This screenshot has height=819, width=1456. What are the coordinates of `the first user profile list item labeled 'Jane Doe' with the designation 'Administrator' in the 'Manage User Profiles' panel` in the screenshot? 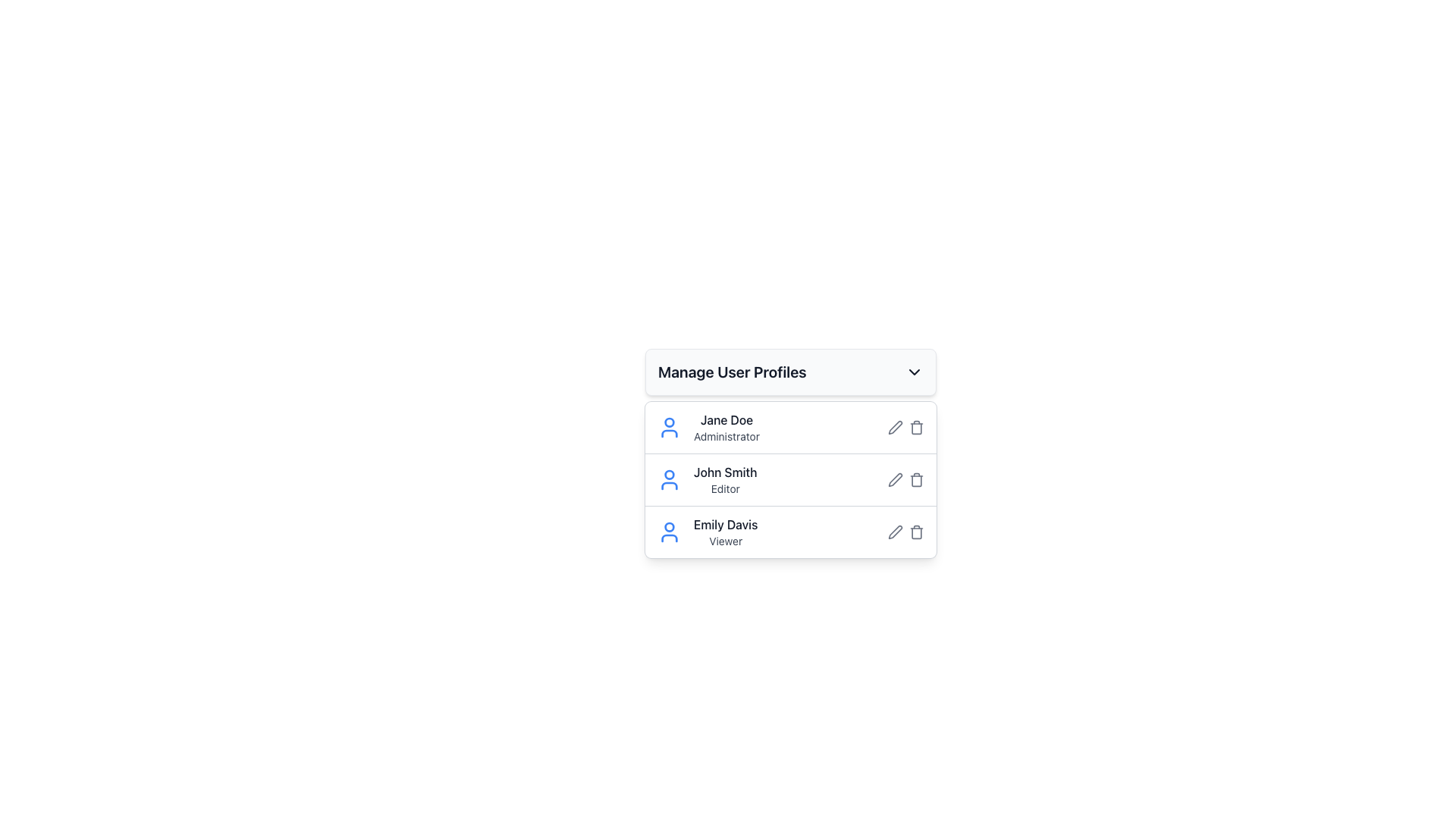 It's located at (708, 427).